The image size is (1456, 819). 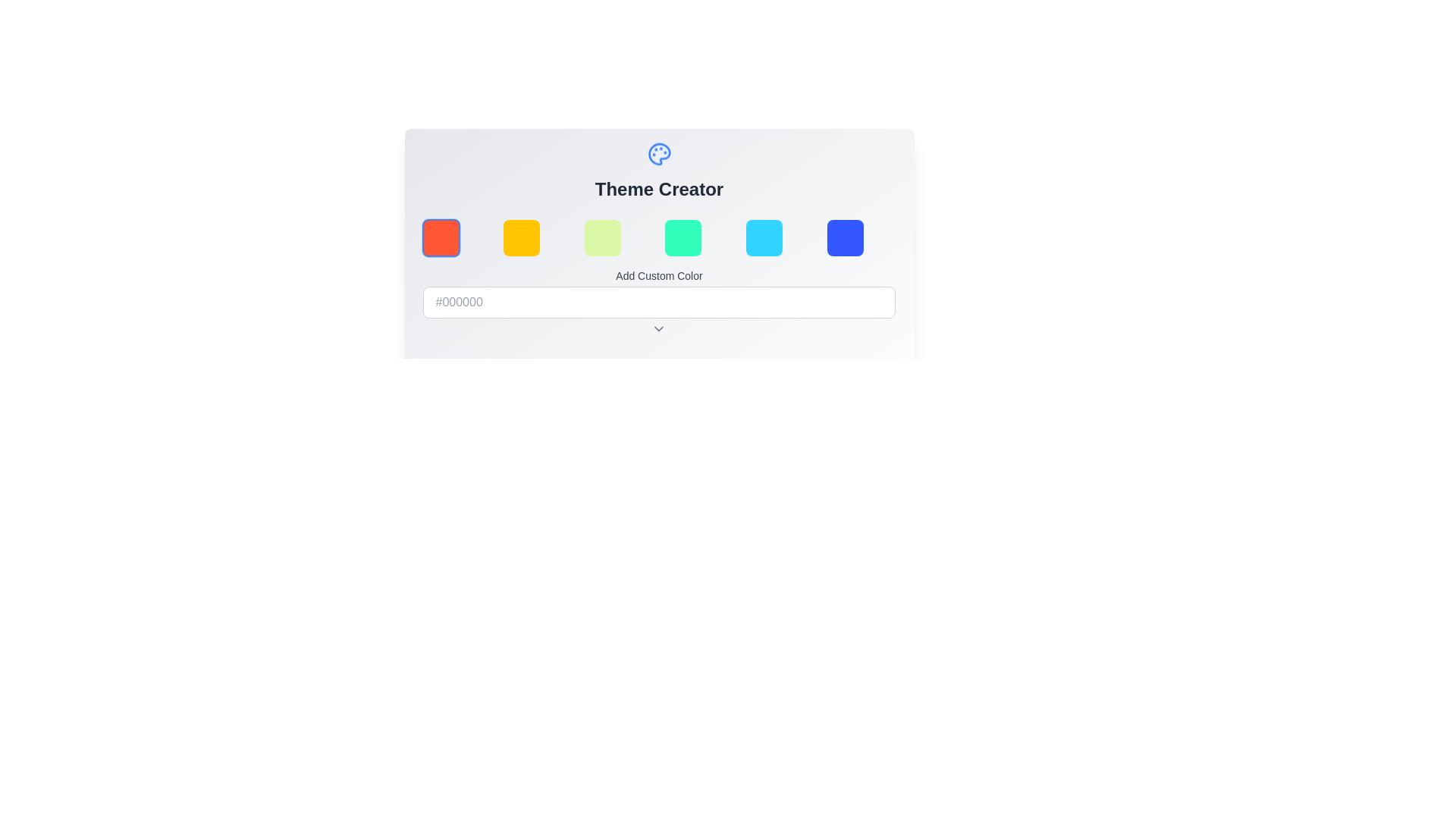 What do you see at coordinates (844, 237) in the screenshot?
I see `the blue color selection button in the theme creation interface to apply or preview the blue color` at bounding box center [844, 237].